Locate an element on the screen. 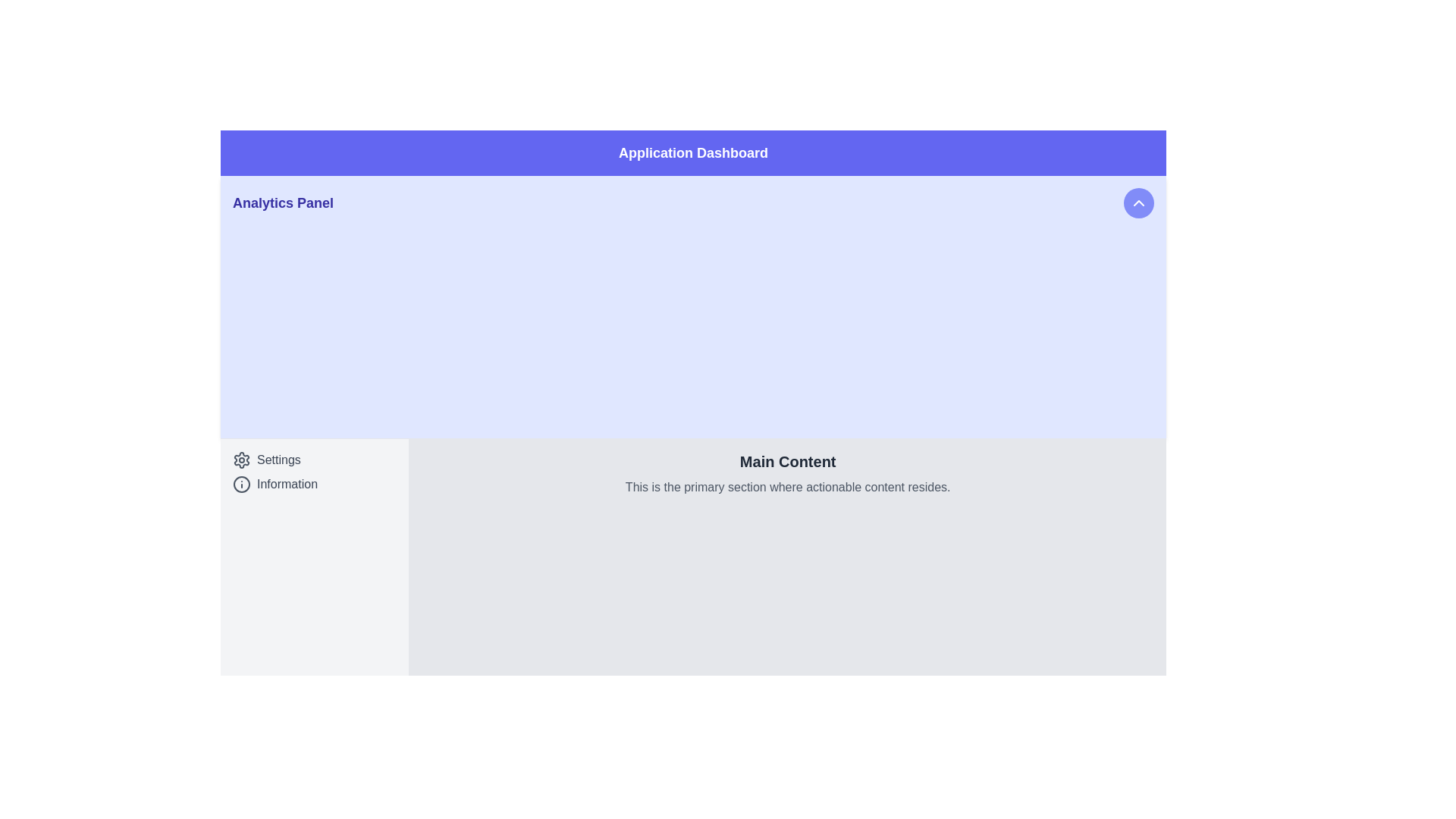 This screenshot has width=1456, height=819. the Header bar labeled 'Application Dashboard' for accessibility aids is located at coordinates (692, 152).